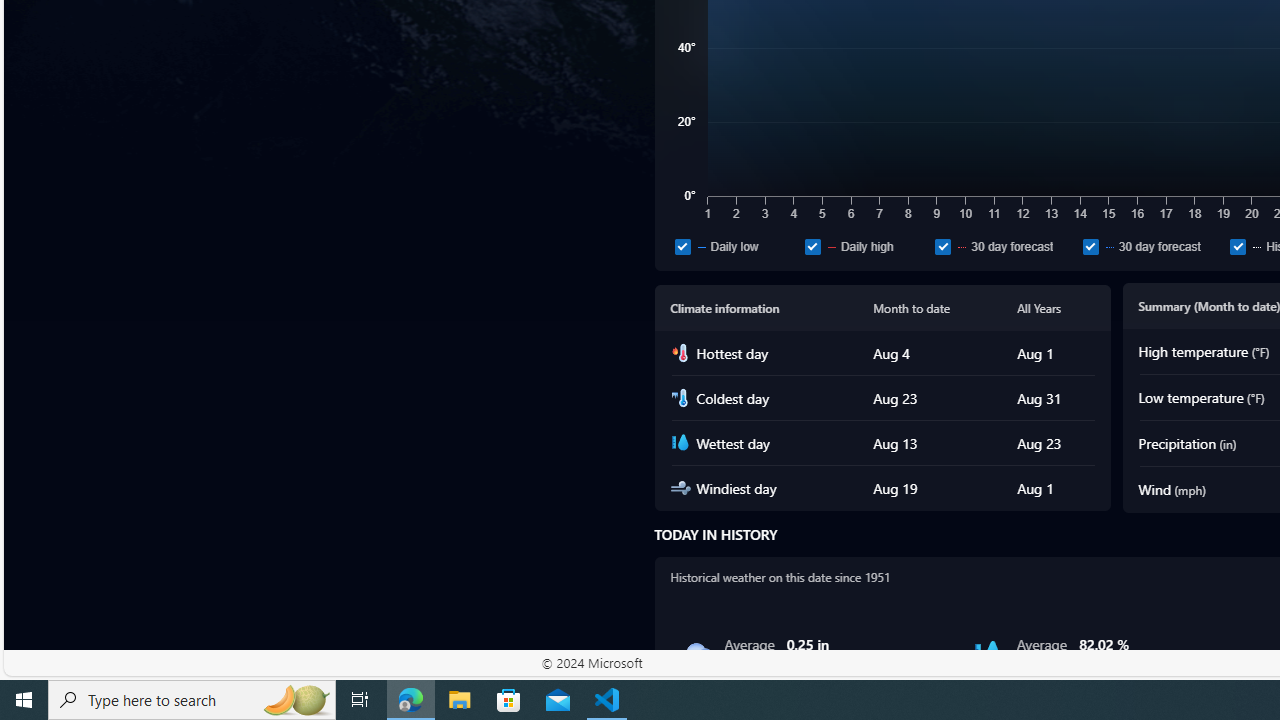  Describe the element at coordinates (735, 245) in the screenshot. I see `'Daily low'` at that location.